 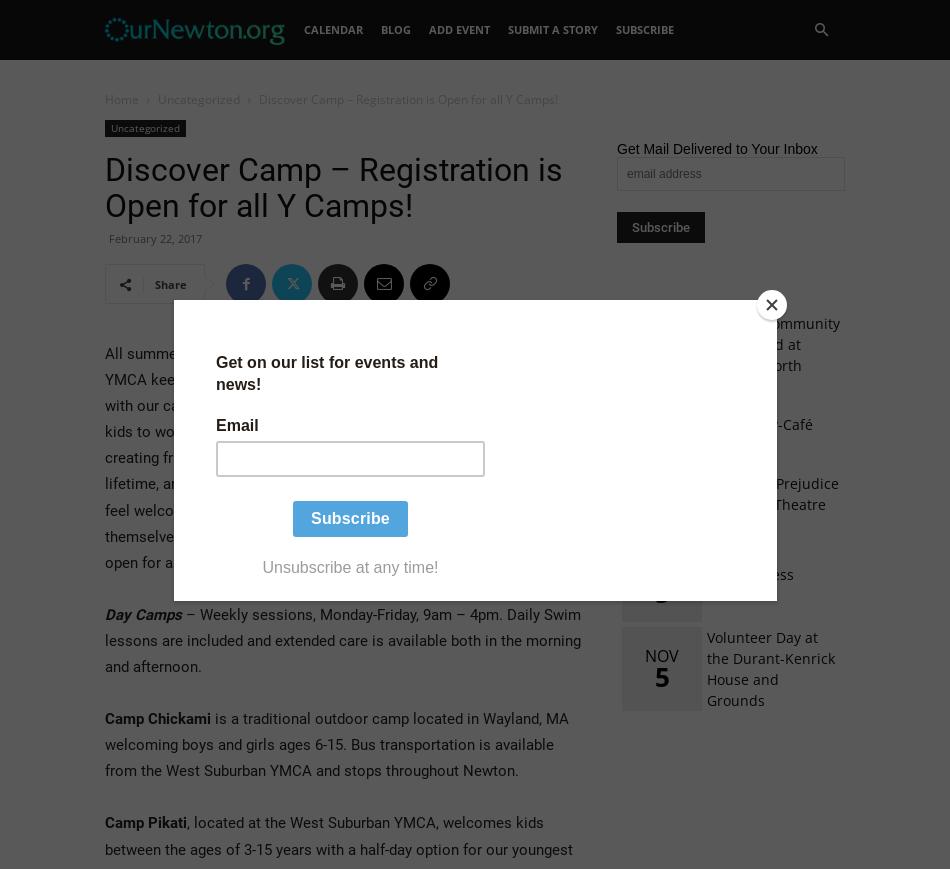 What do you see at coordinates (342, 640) in the screenshot?
I see `'– Weekly sessions, Monday-Friday, 9am – 4pm. Daily Swim lessons are included and extended care is available both in the morning and afternoon.'` at bounding box center [342, 640].